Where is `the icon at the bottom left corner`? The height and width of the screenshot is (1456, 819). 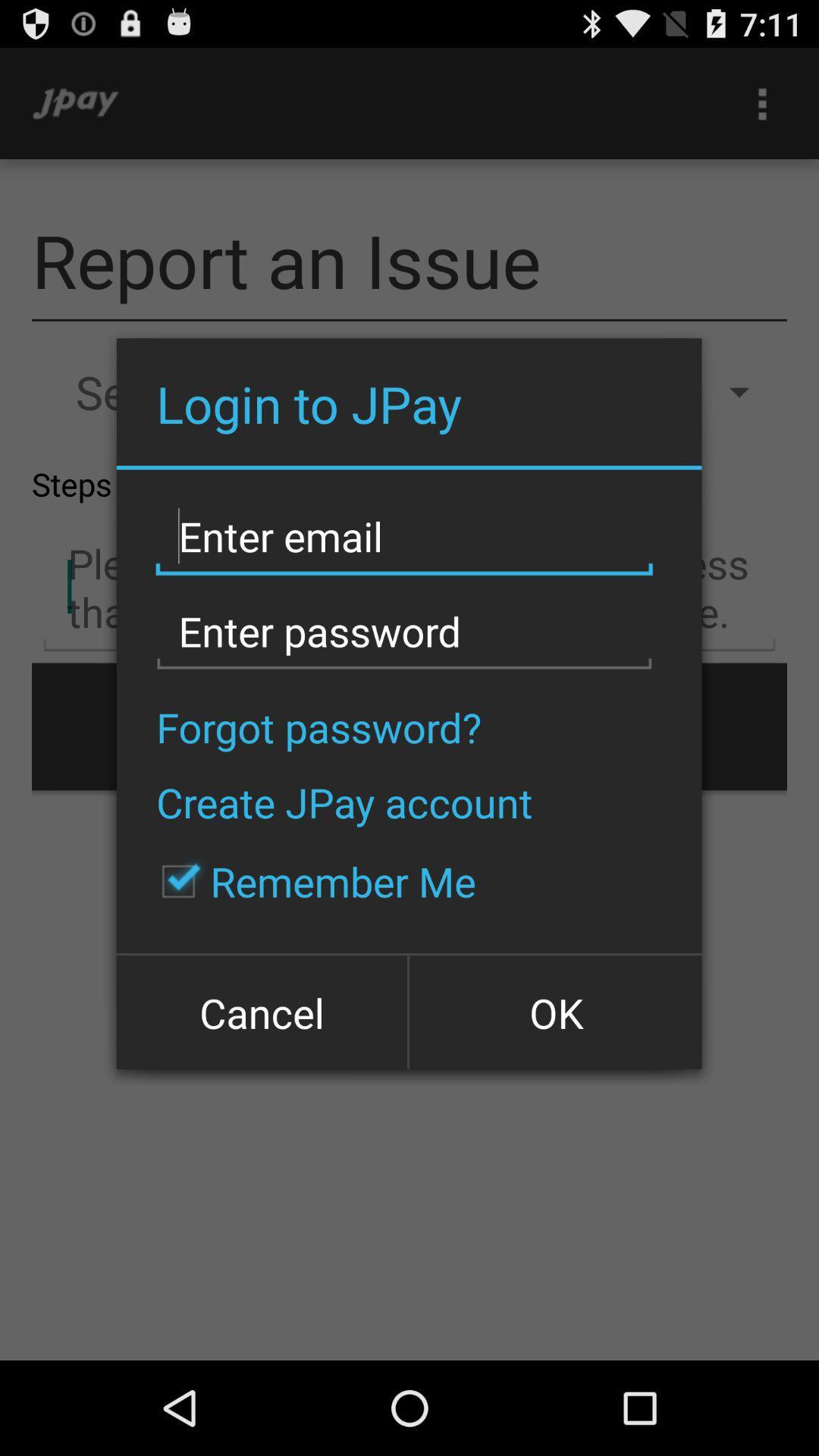
the icon at the bottom left corner is located at coordinates (262, 1011).